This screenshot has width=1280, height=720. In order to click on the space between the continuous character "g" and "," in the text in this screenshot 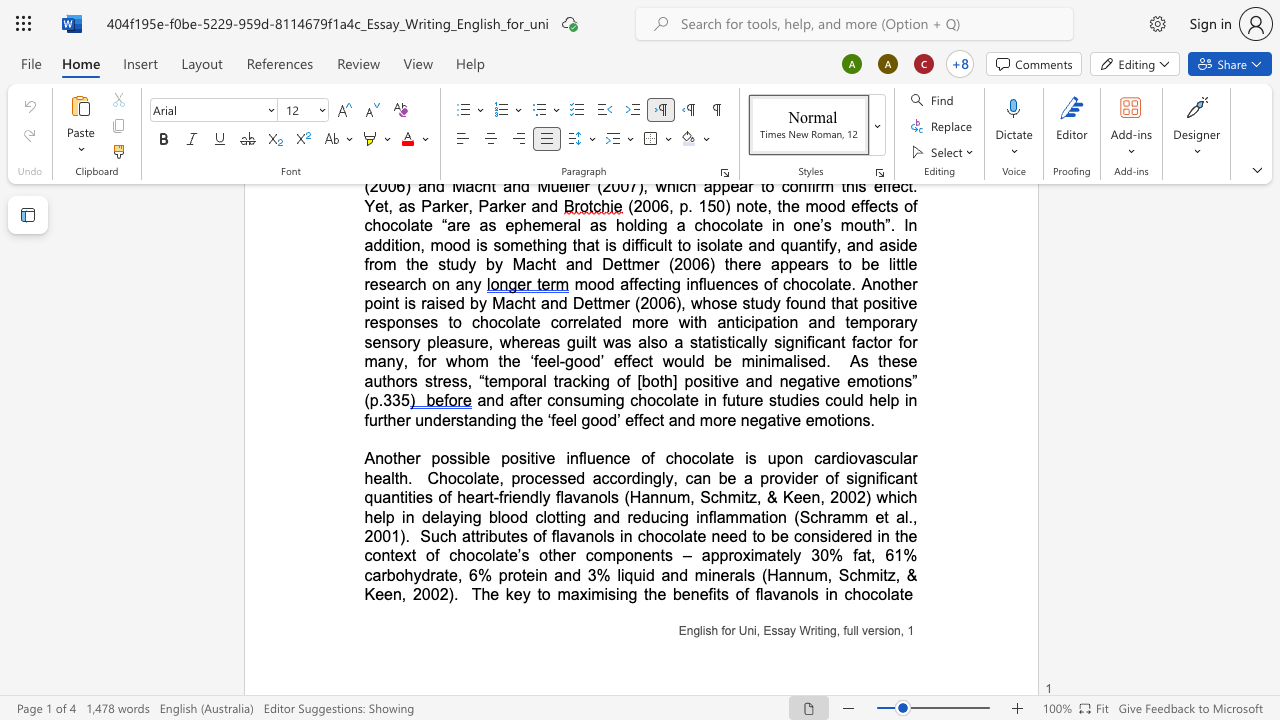, I will do `click(835, 631)`.